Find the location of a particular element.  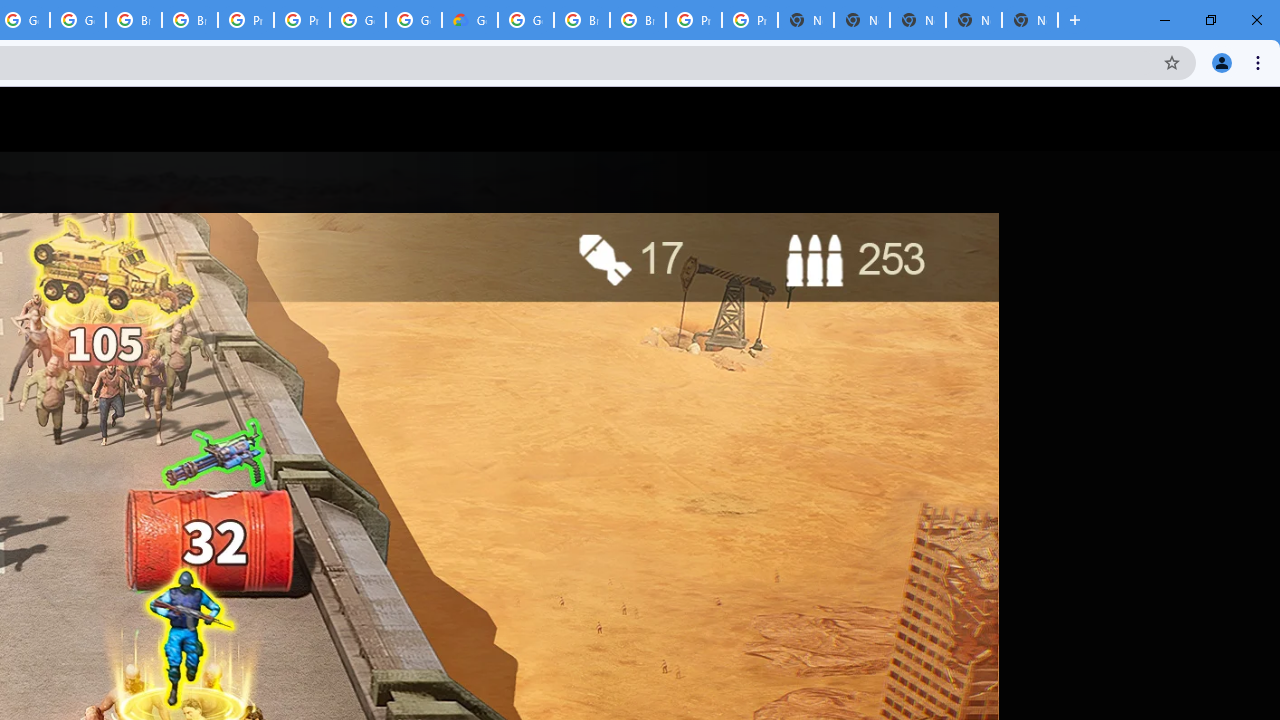

'New Tab' is located at coordinates (1030, 20).